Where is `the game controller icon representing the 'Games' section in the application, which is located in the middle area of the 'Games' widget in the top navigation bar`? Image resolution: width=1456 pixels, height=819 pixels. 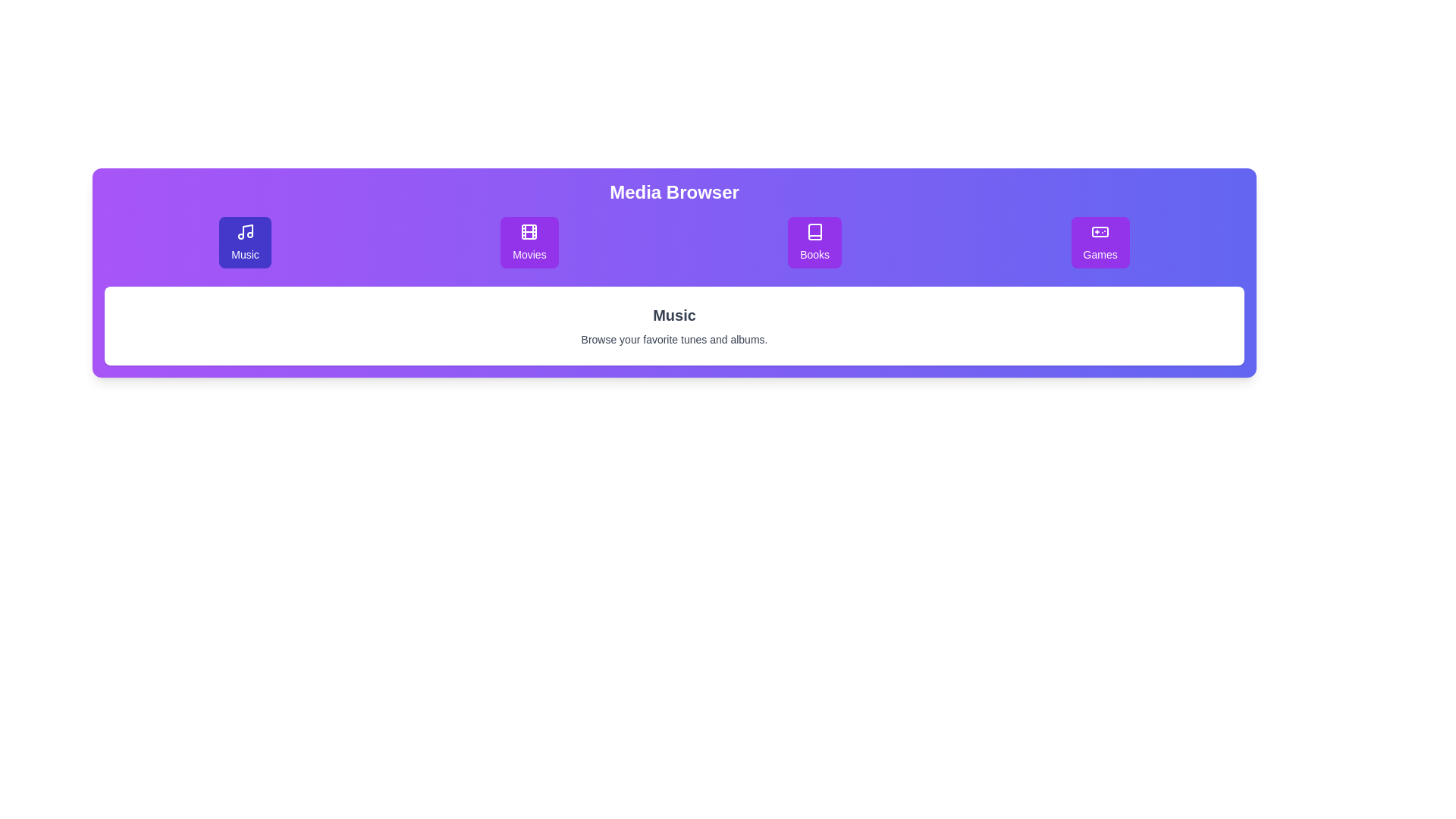
the game controller icon representing the 'Games' section in the application, which is located in the middle area of the 'Games' widget in the top navigation bar is located at coordinates (1100, 231).